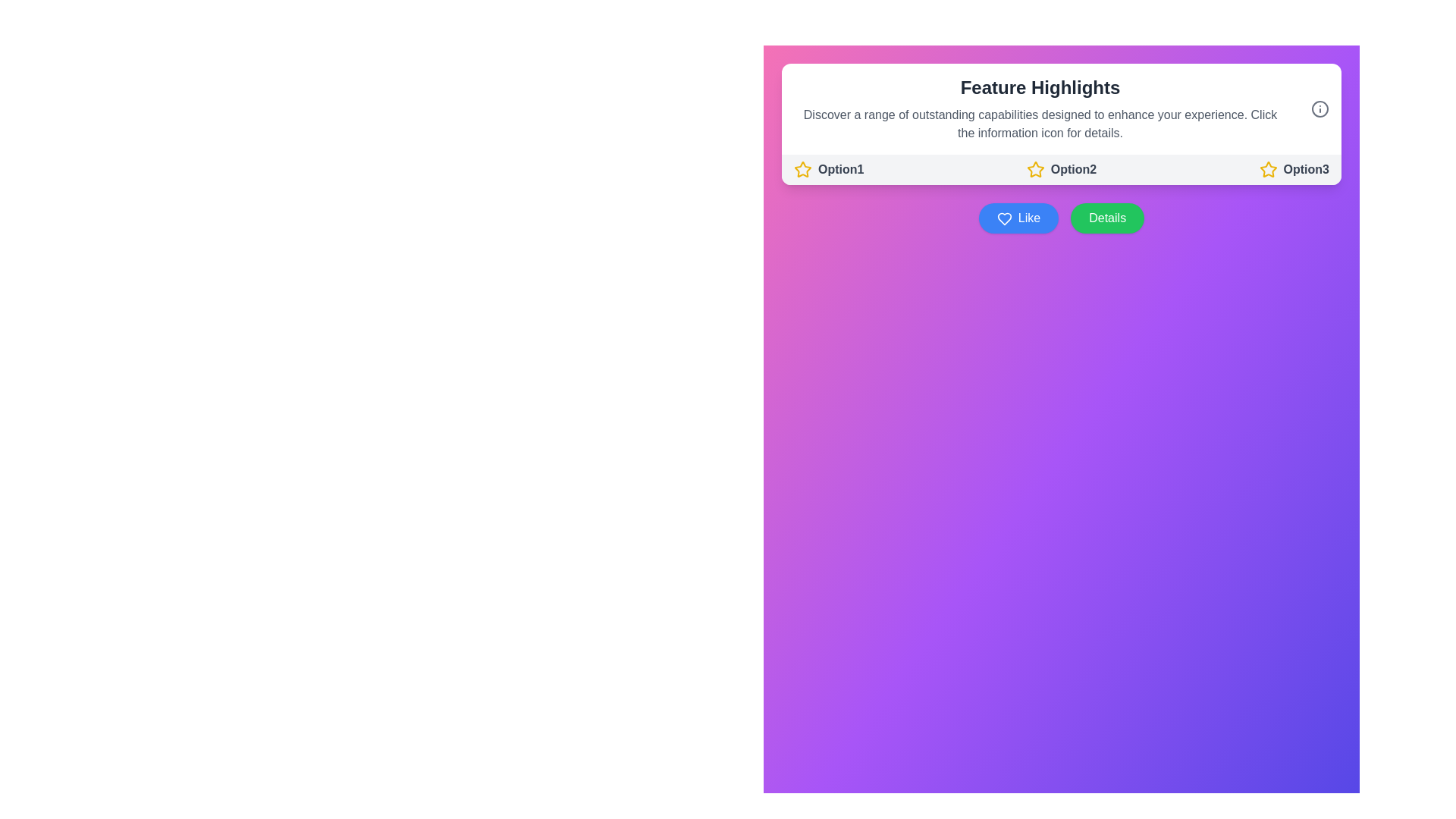 This screenshot has height=819, width=1456. What do you see at coordinates (1107, 218) in the screenshot?
I see `the button located to the right of the 'Like' button` at bounding box center [1107, 218].